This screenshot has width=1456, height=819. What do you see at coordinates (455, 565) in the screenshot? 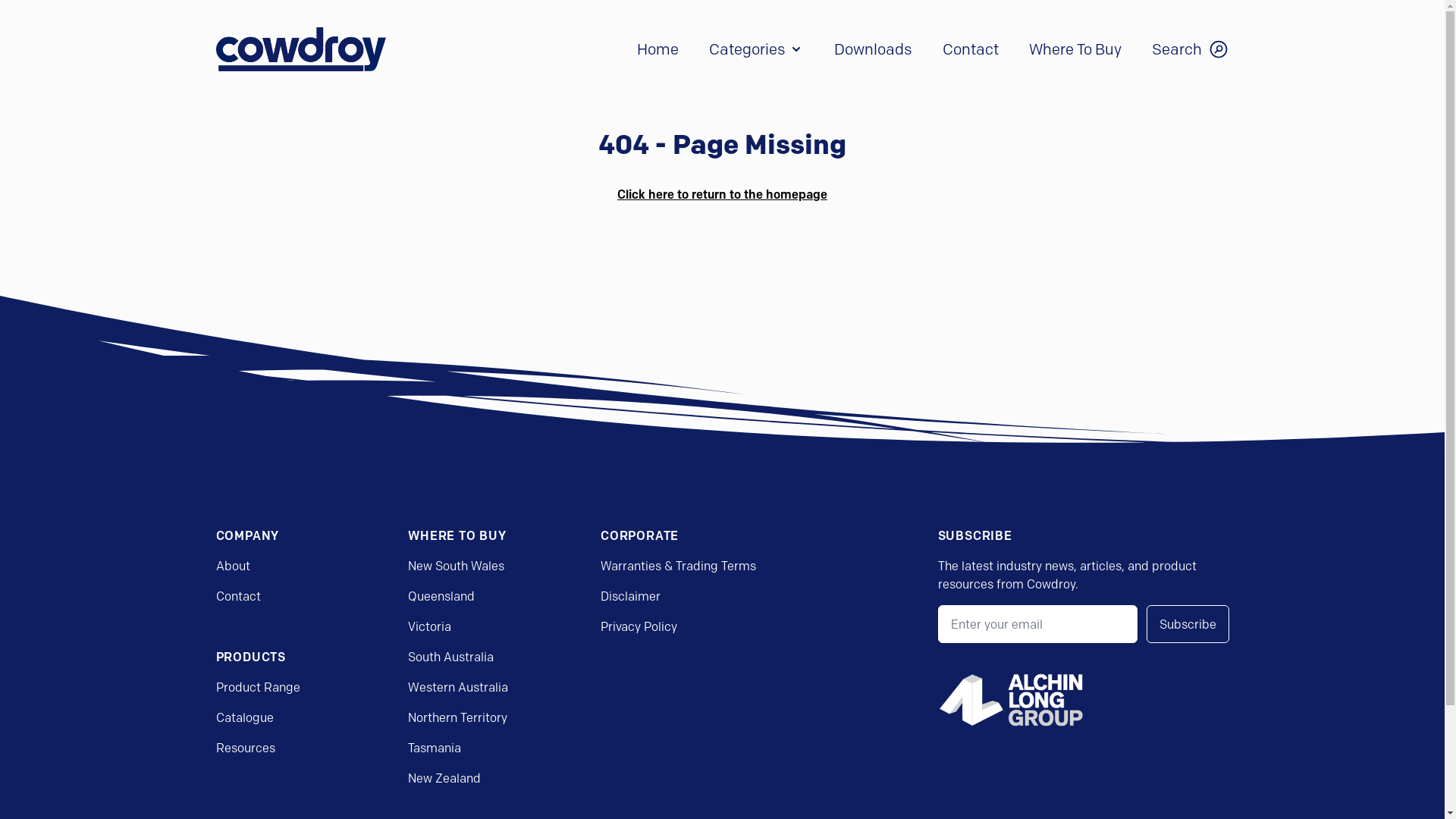
I see `'New South Wales'` at bounding box center [455, 565].